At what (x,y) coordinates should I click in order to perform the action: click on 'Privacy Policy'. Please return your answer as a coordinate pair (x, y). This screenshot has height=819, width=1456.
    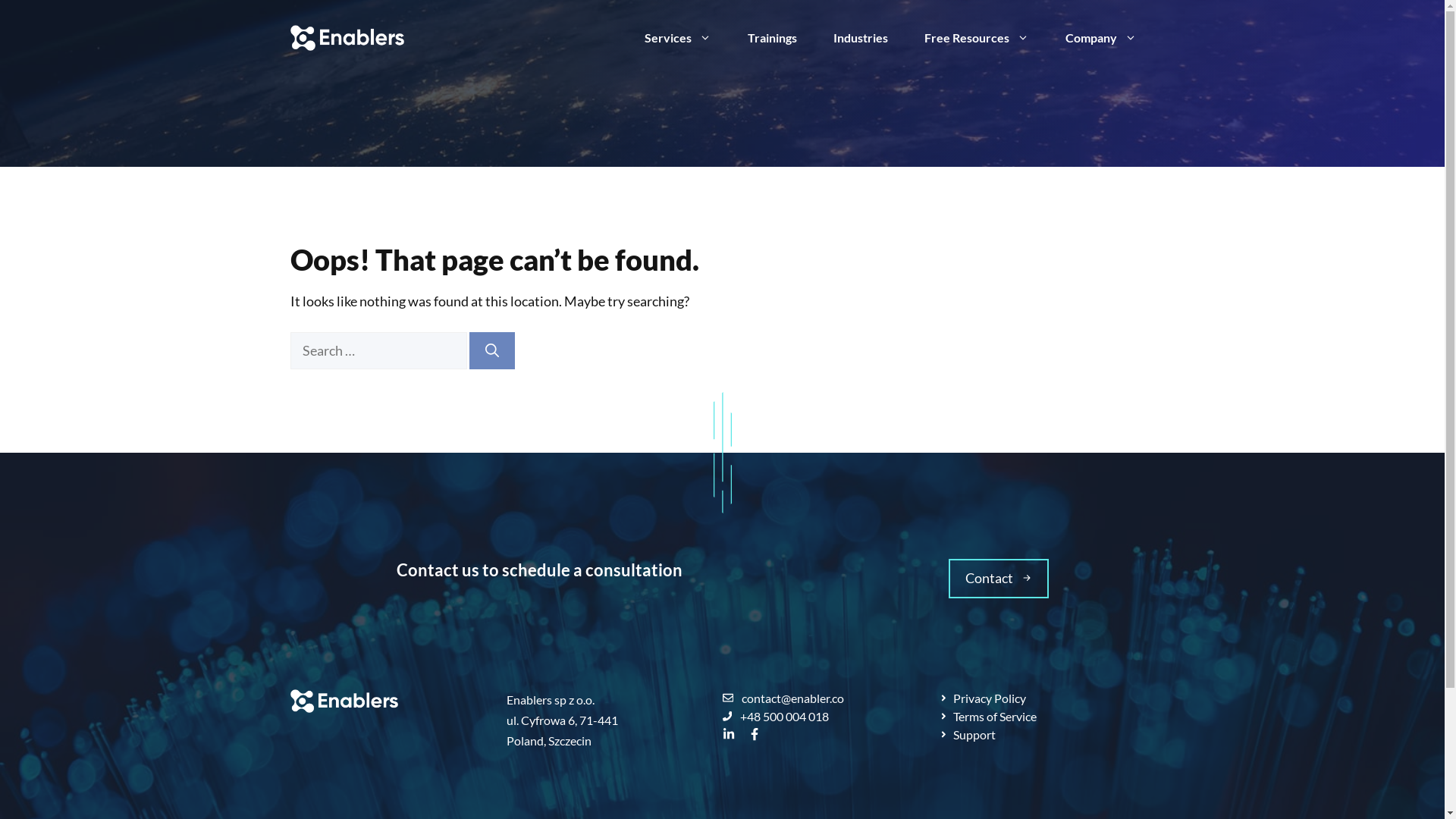
    Looking at the image, I should click on (982, 698).